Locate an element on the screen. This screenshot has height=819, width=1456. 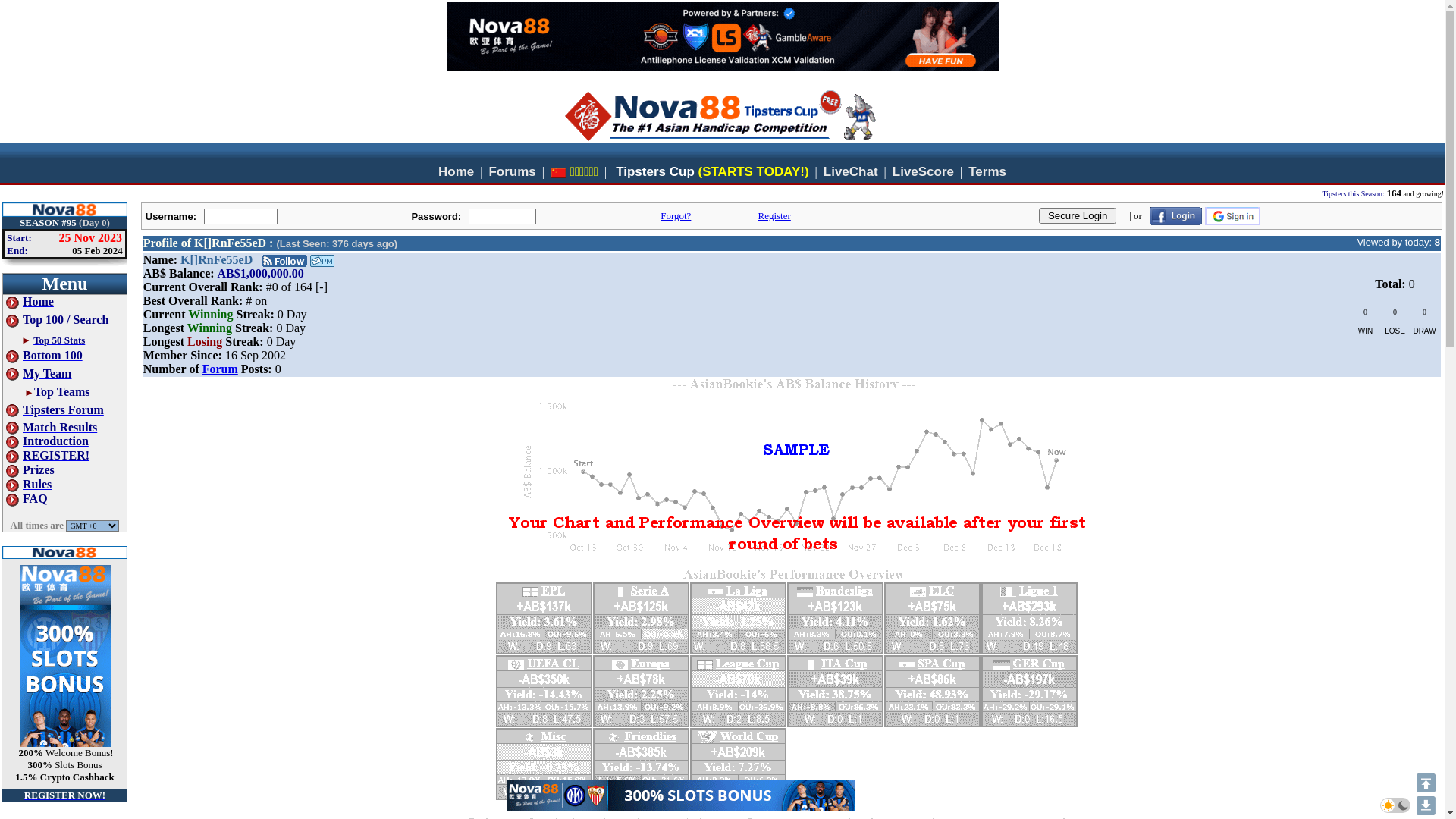
'Match Results' is located at coordinates (51, 427).